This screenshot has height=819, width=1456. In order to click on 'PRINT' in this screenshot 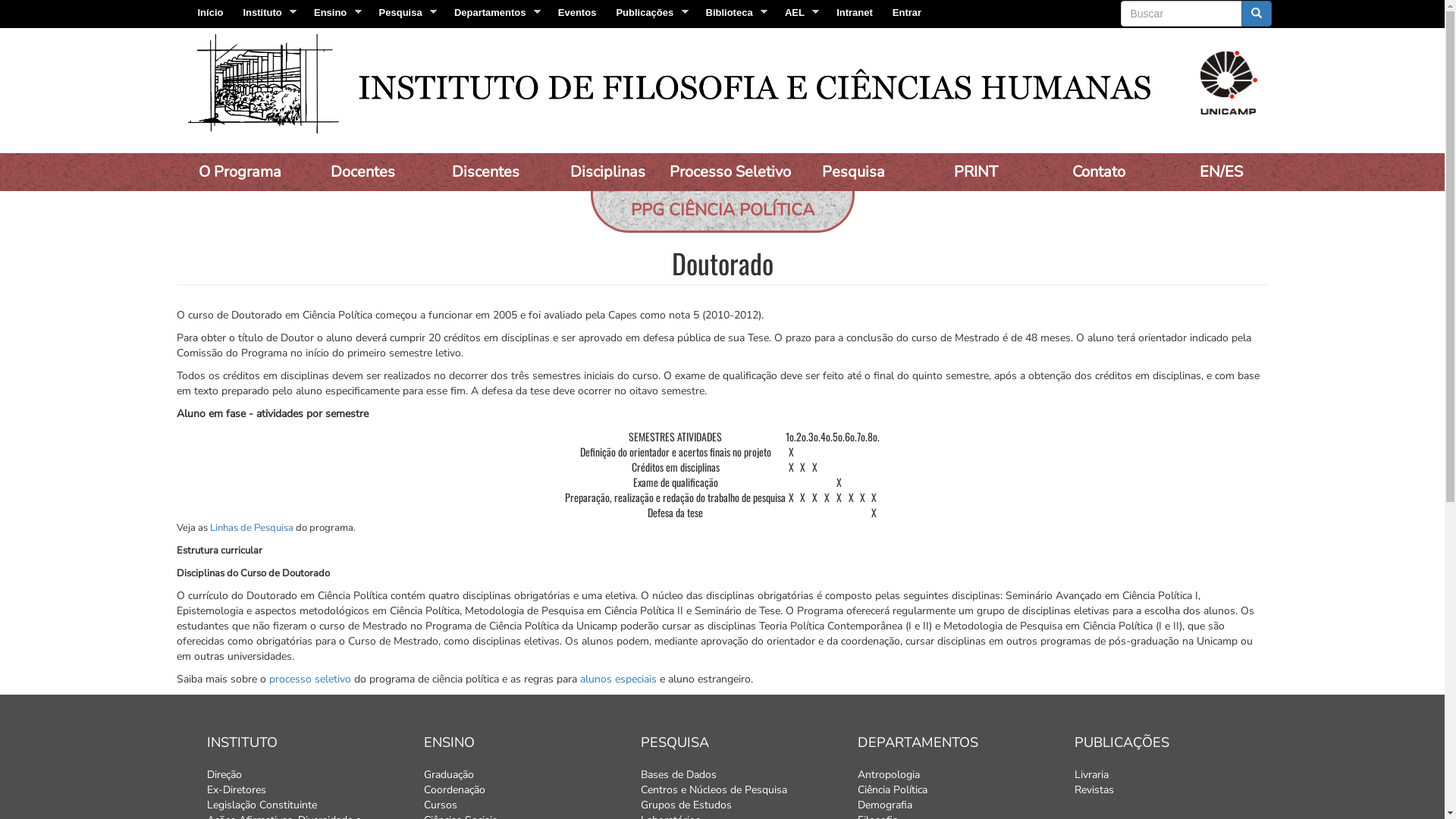, I will do `click(975, 171)`.